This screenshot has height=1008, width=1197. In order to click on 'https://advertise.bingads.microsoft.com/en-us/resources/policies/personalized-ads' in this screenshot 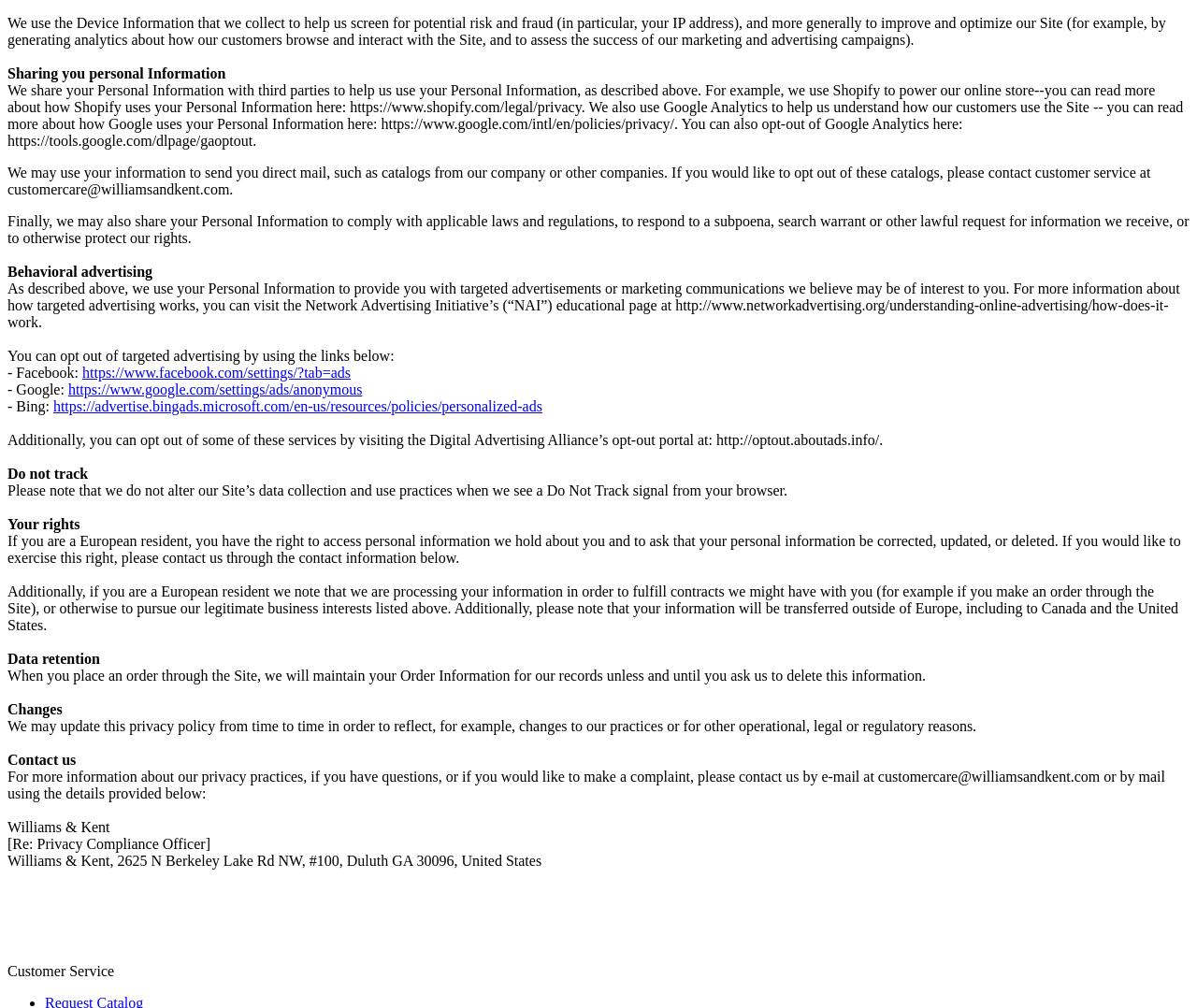, I will do `click(296, 405)`.